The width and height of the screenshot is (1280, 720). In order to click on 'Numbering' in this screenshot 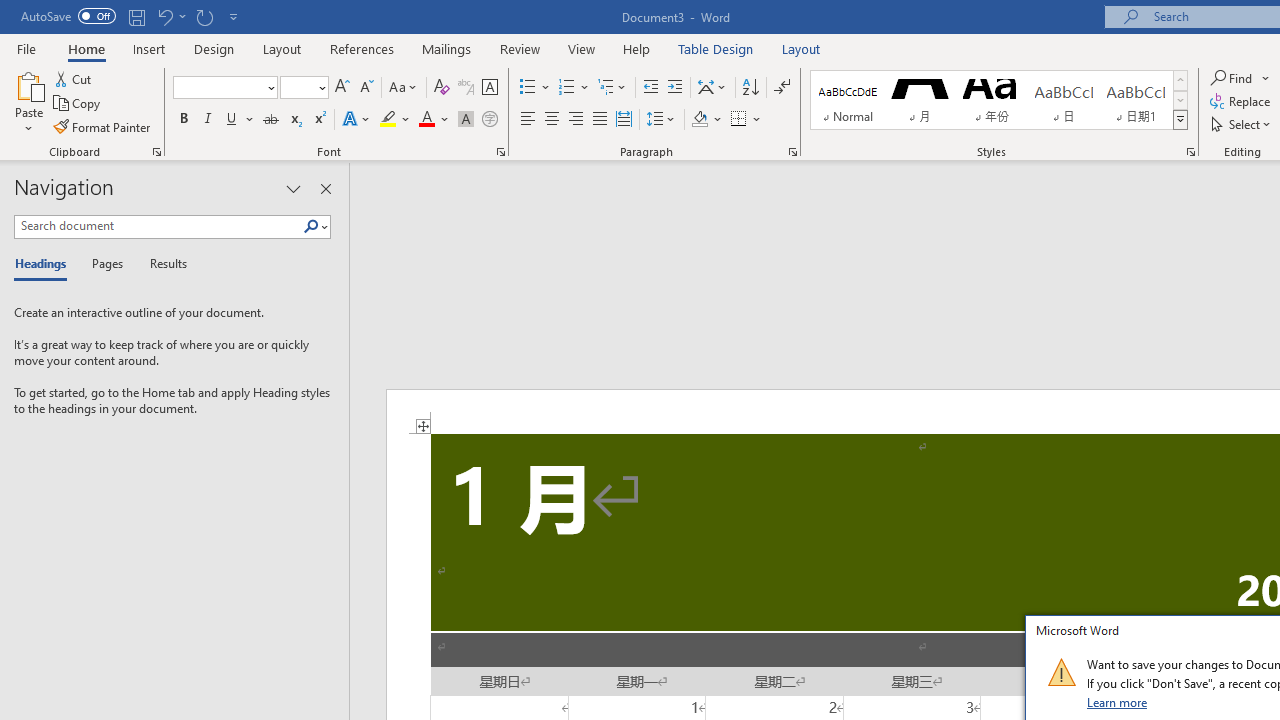, I will do `click(573, 86)`.